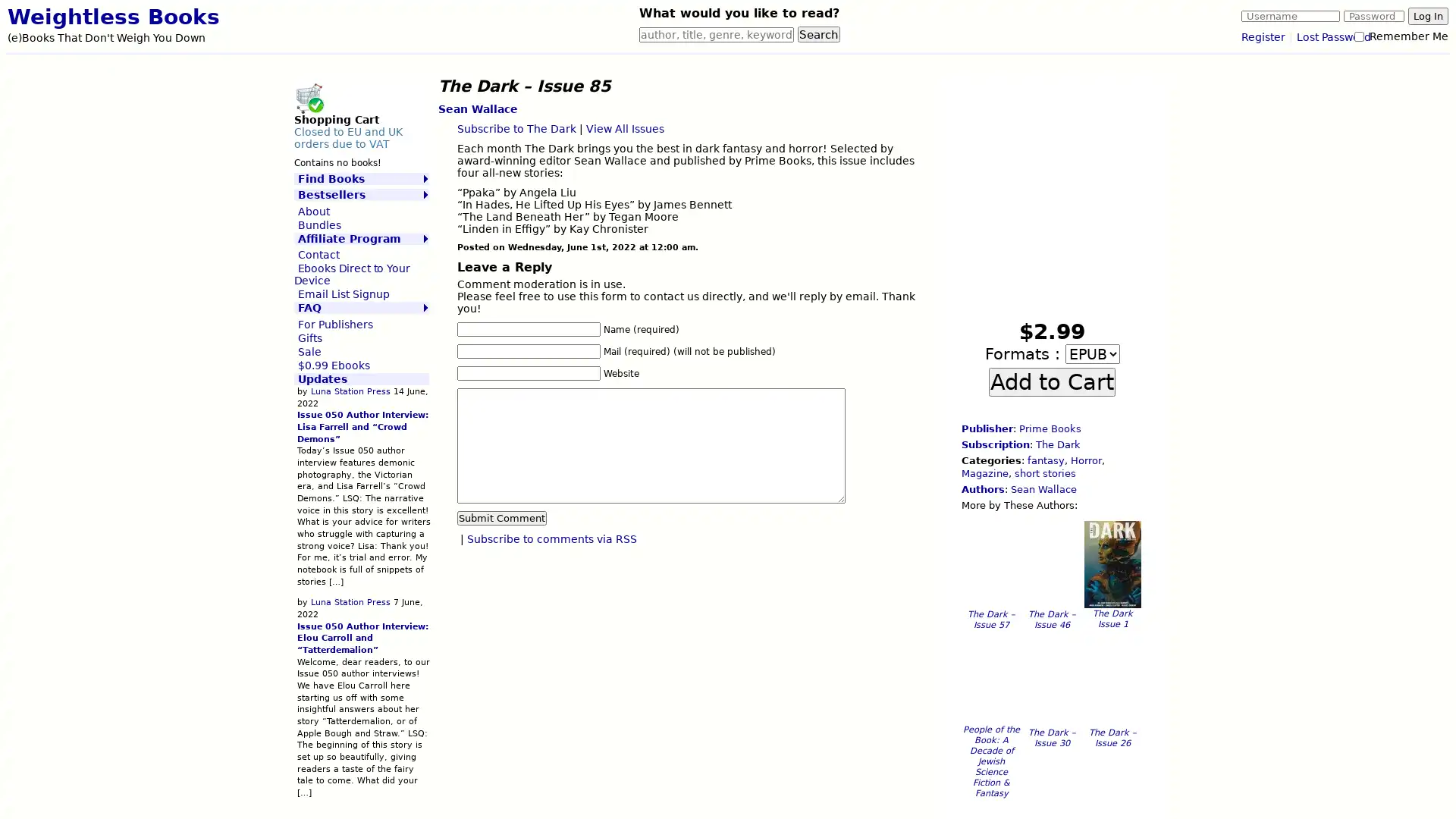 Image resolution: width=1456 pixels, height=819 pixels. What do you see at coordinates (1427, 16) in the screenshot?
I see `Log In` at bounding box center [1427, 16].